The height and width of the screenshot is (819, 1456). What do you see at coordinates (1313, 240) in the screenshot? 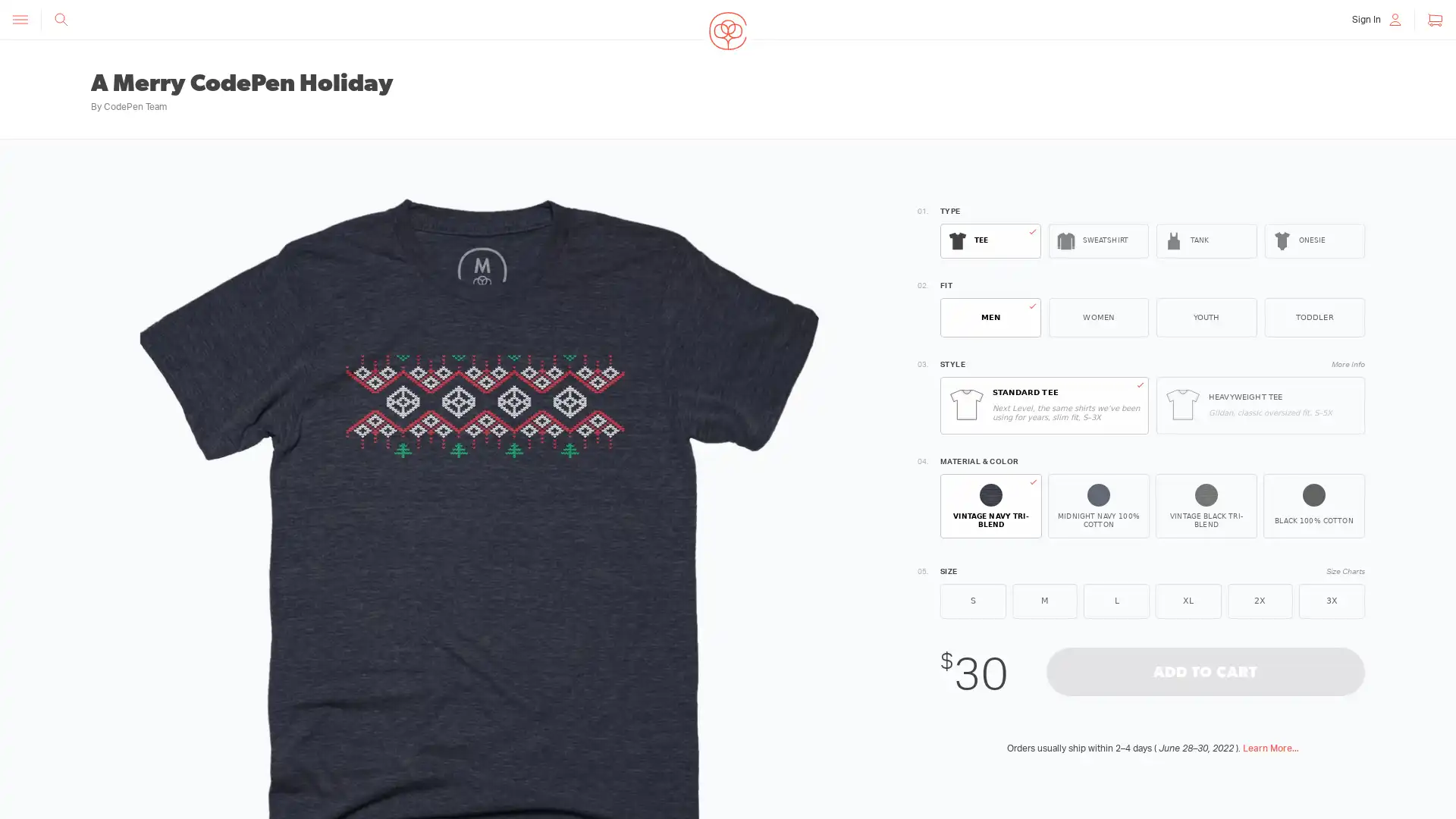
I see `ONESIE` at bounding box center [1313, 240].